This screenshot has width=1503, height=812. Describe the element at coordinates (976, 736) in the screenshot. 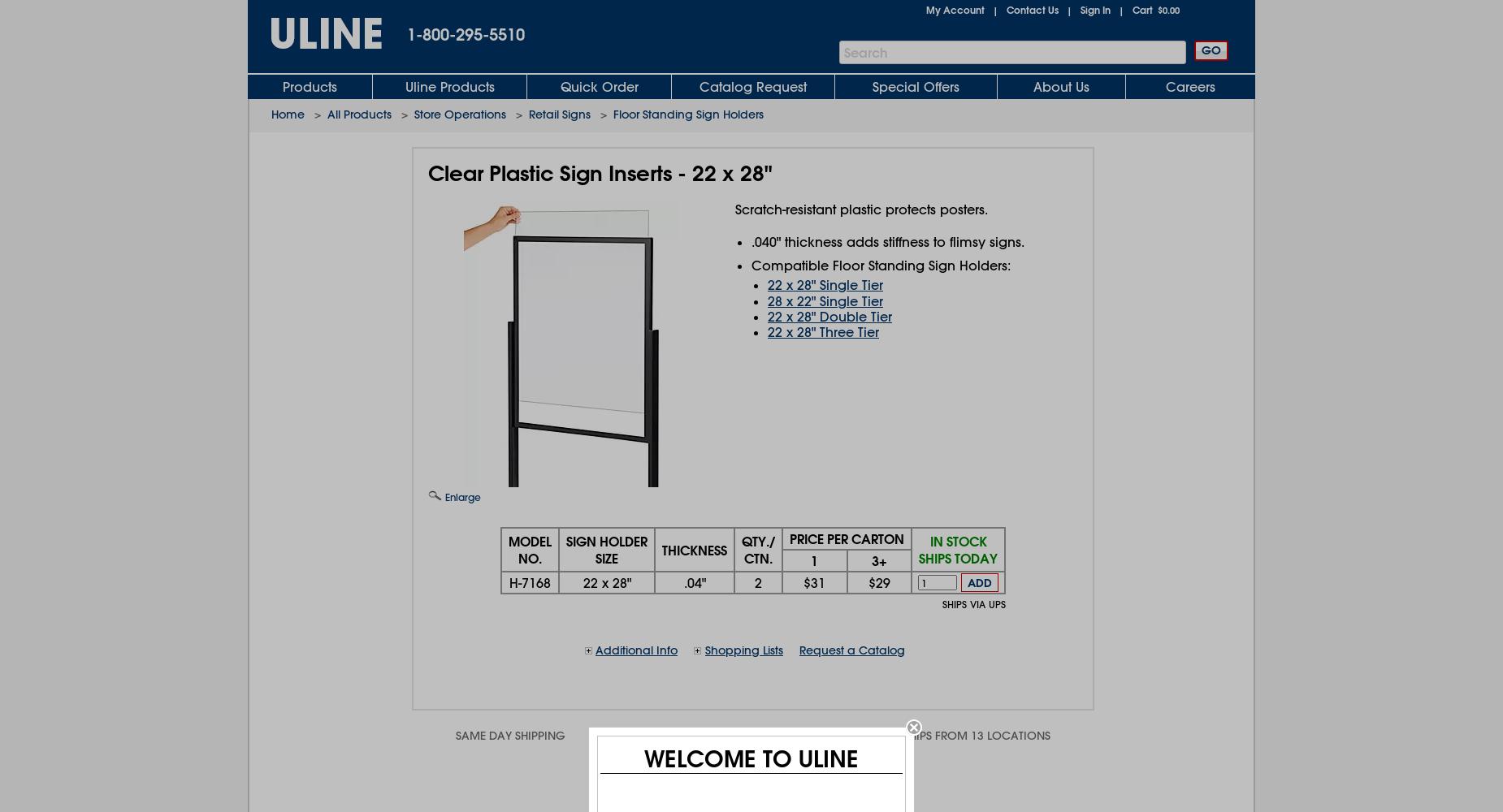

I see `'SHIPS FROM 13 LOCATIONS'` at that location.